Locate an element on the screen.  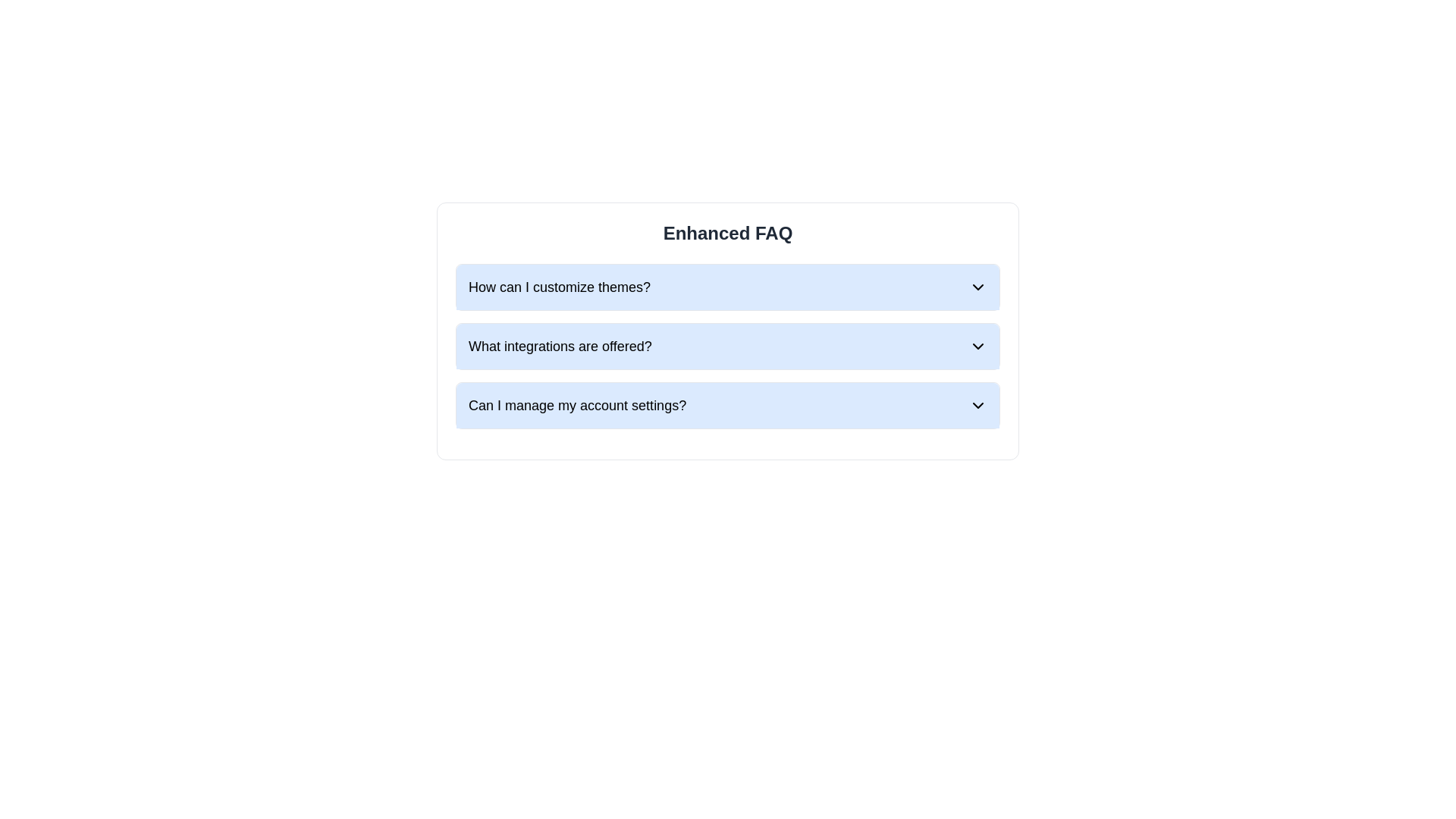
the chevron icon located at the top-right corner of the FAQ section next to the text 'Can I manage my account settings?' is located at coordinates (978, 405).